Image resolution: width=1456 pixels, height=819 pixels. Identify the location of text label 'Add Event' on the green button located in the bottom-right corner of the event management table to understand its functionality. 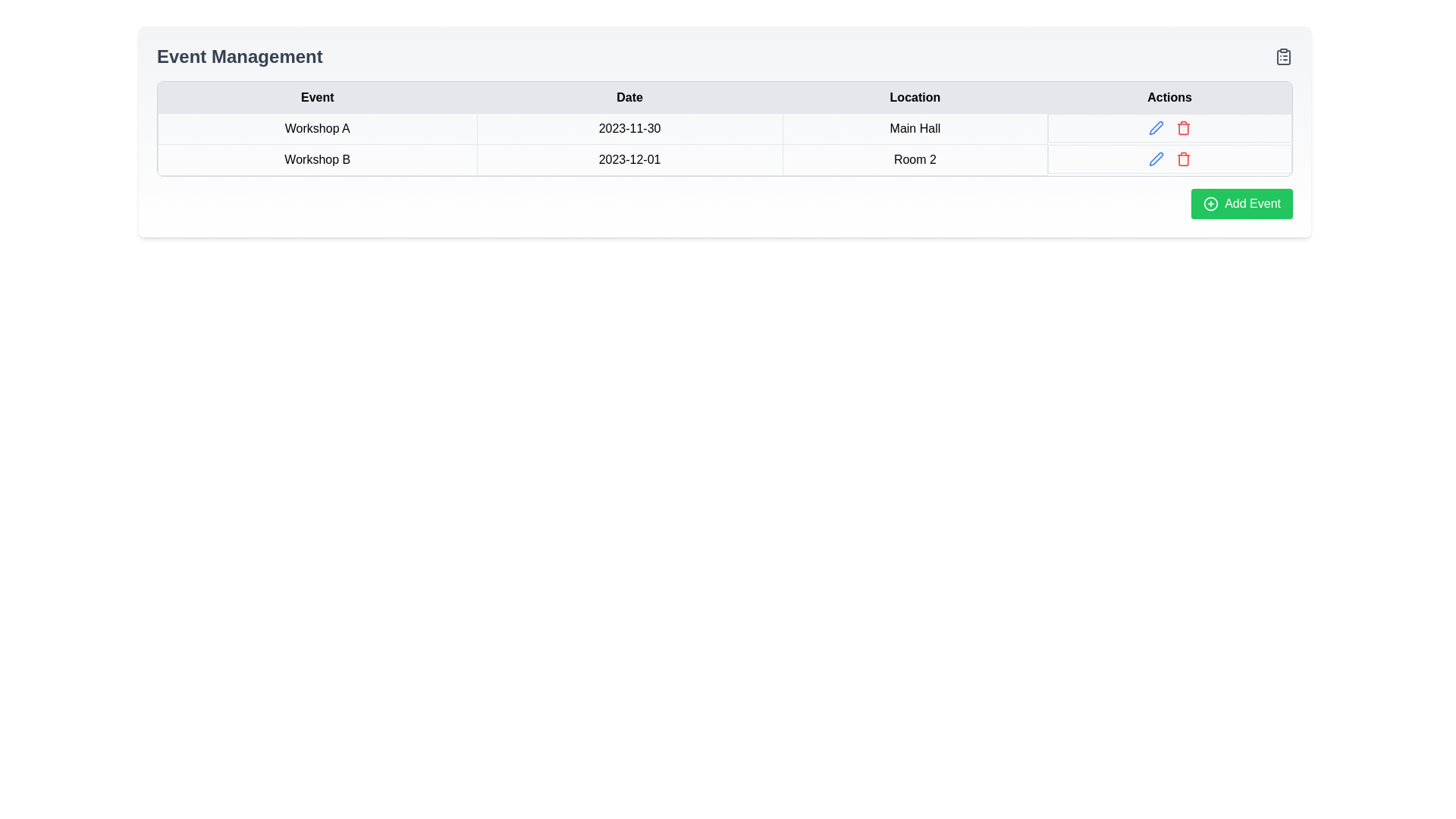
(1253, 203).